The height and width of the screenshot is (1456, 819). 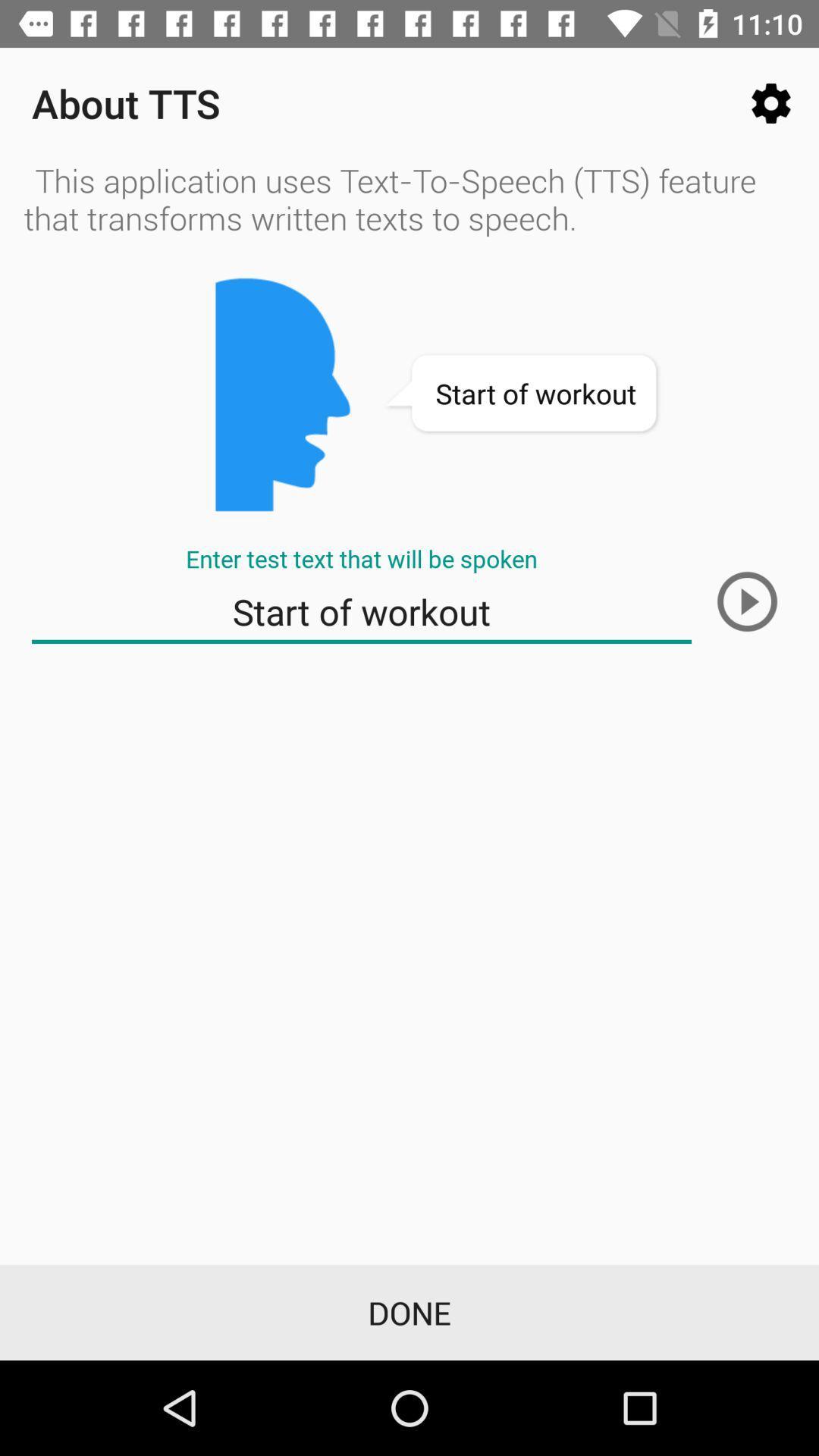 What do you see at coordinates (746, 601) in the screenshot?
I see `play obstion` at bounding box center [746, 601].